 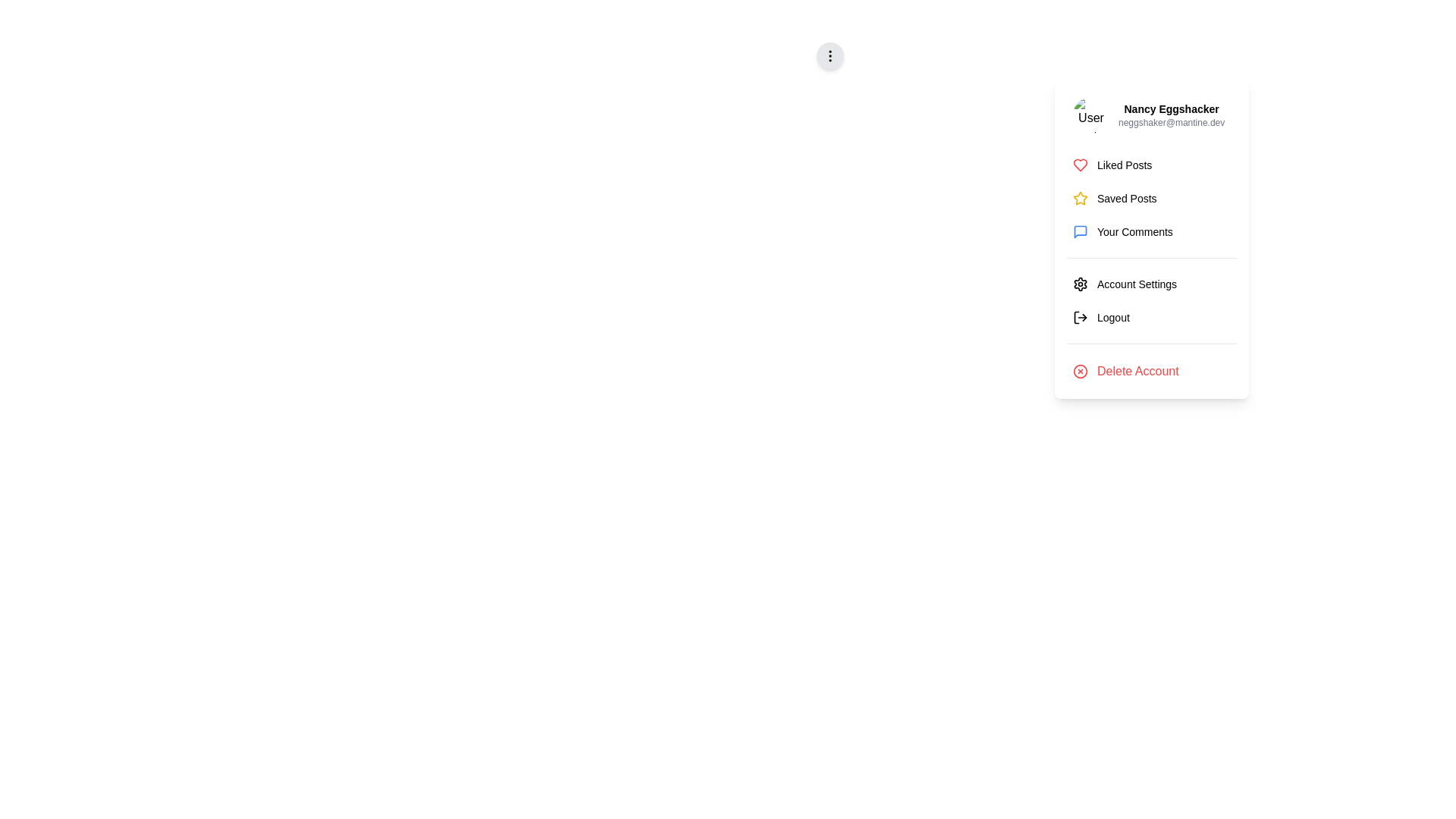 What do you see at coordinates (1171, 114) in the screenshot?
I see `information displayed in the text component showing the name 'Nancy Eggshacker' and the email 'neggshaker@mantine.dev', which is located in the dropdown menu next to the user avatar icon` at bounding box center [1171, 114].